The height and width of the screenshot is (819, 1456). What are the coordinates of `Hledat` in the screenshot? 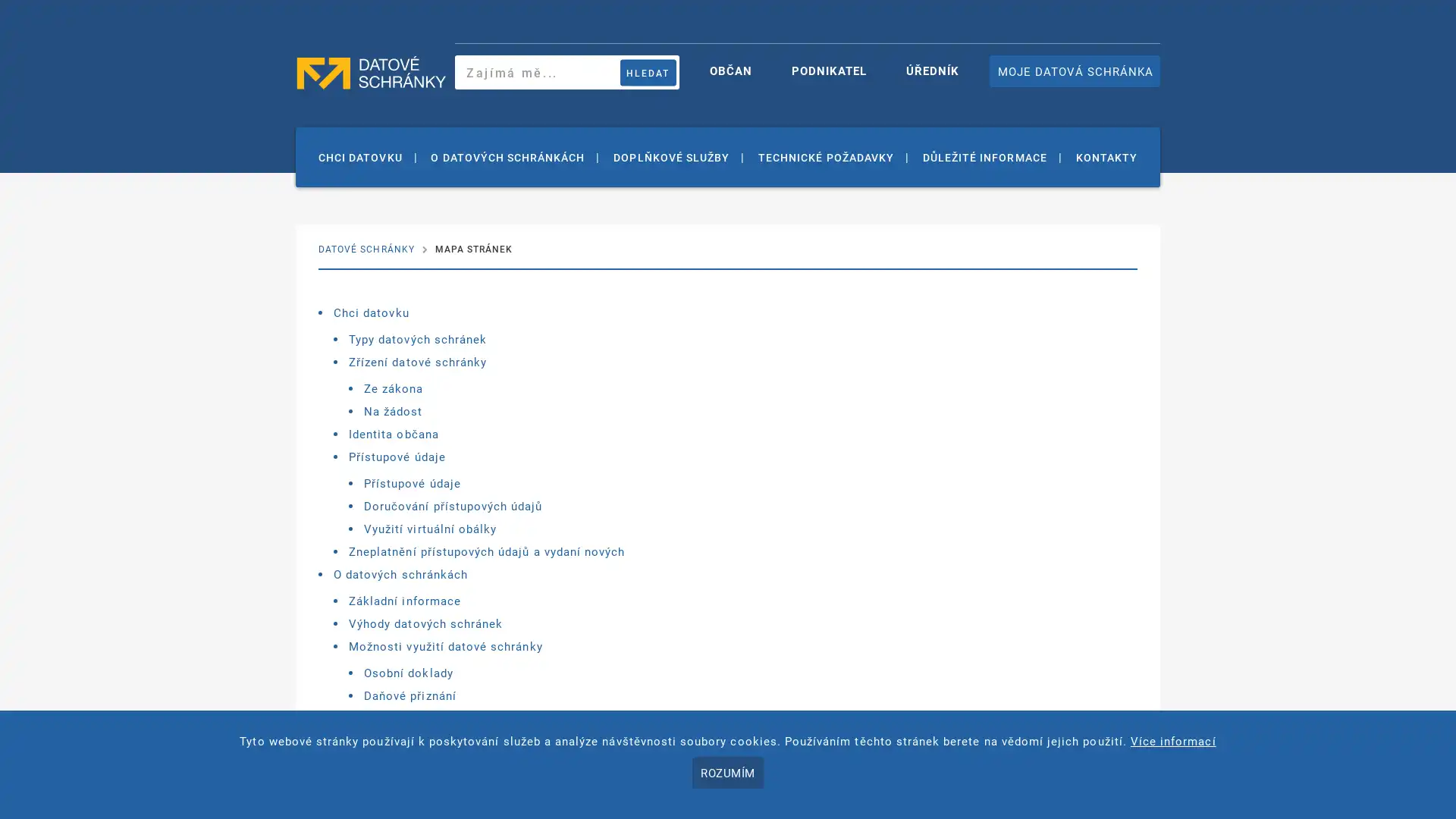 It's located at (648, 72).